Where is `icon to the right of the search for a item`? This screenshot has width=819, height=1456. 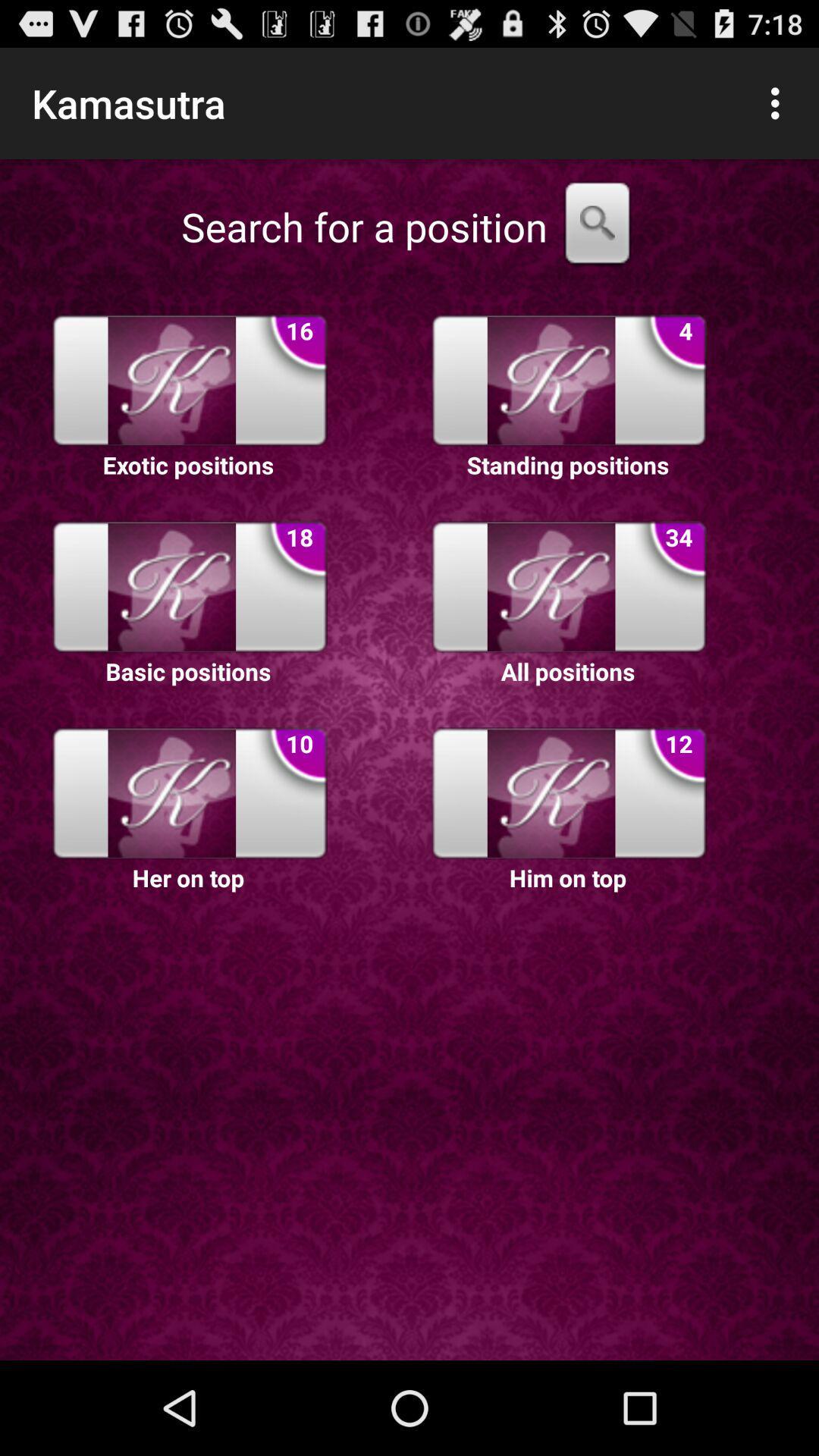
icon to the right of the search for a item is located at coordinates (596, 226).